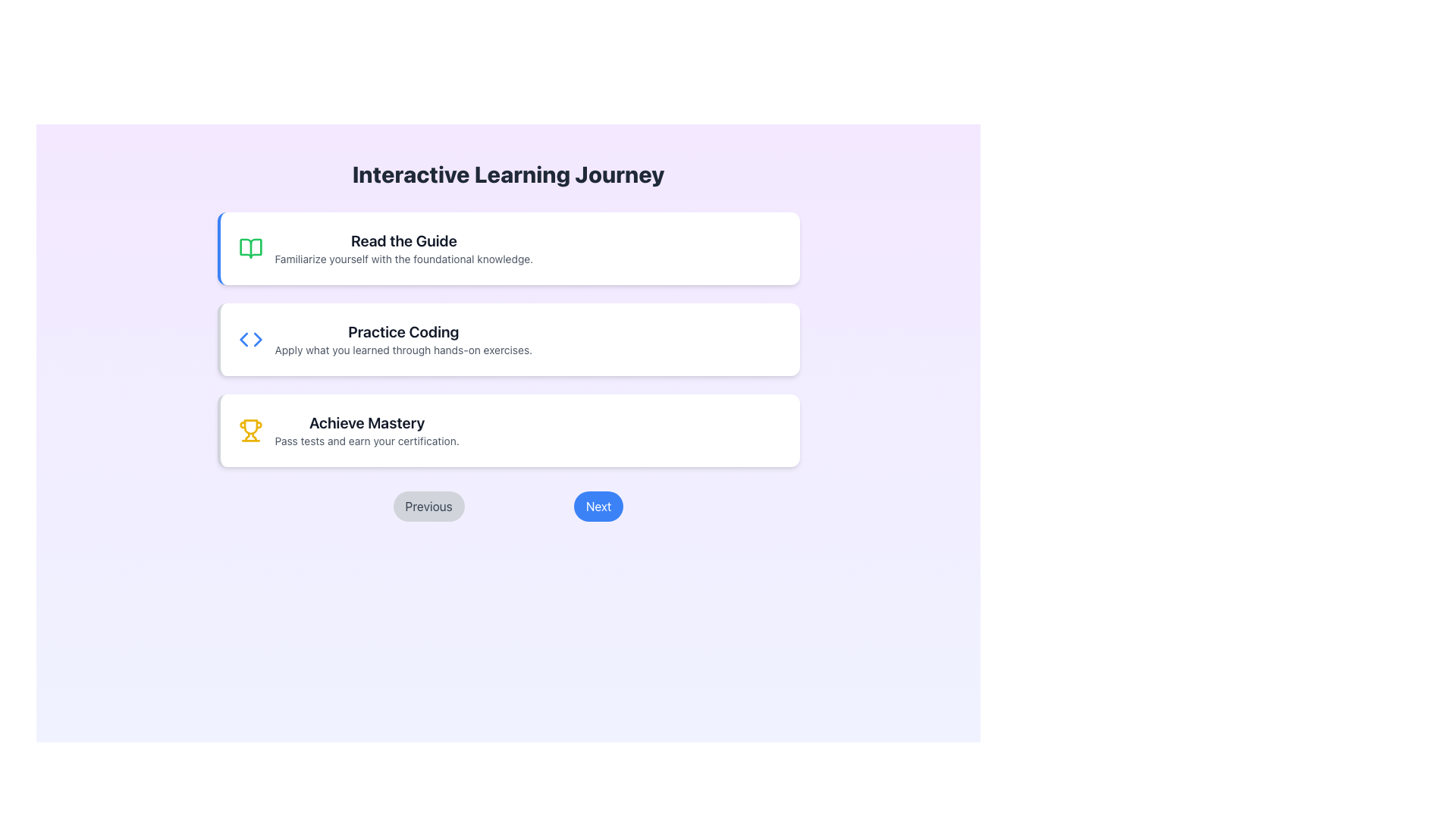  Describe the element at coordinates (367, 430) in the screenshot. I see `the informational heading text element located below the 'Practice Coding' section` at that location.